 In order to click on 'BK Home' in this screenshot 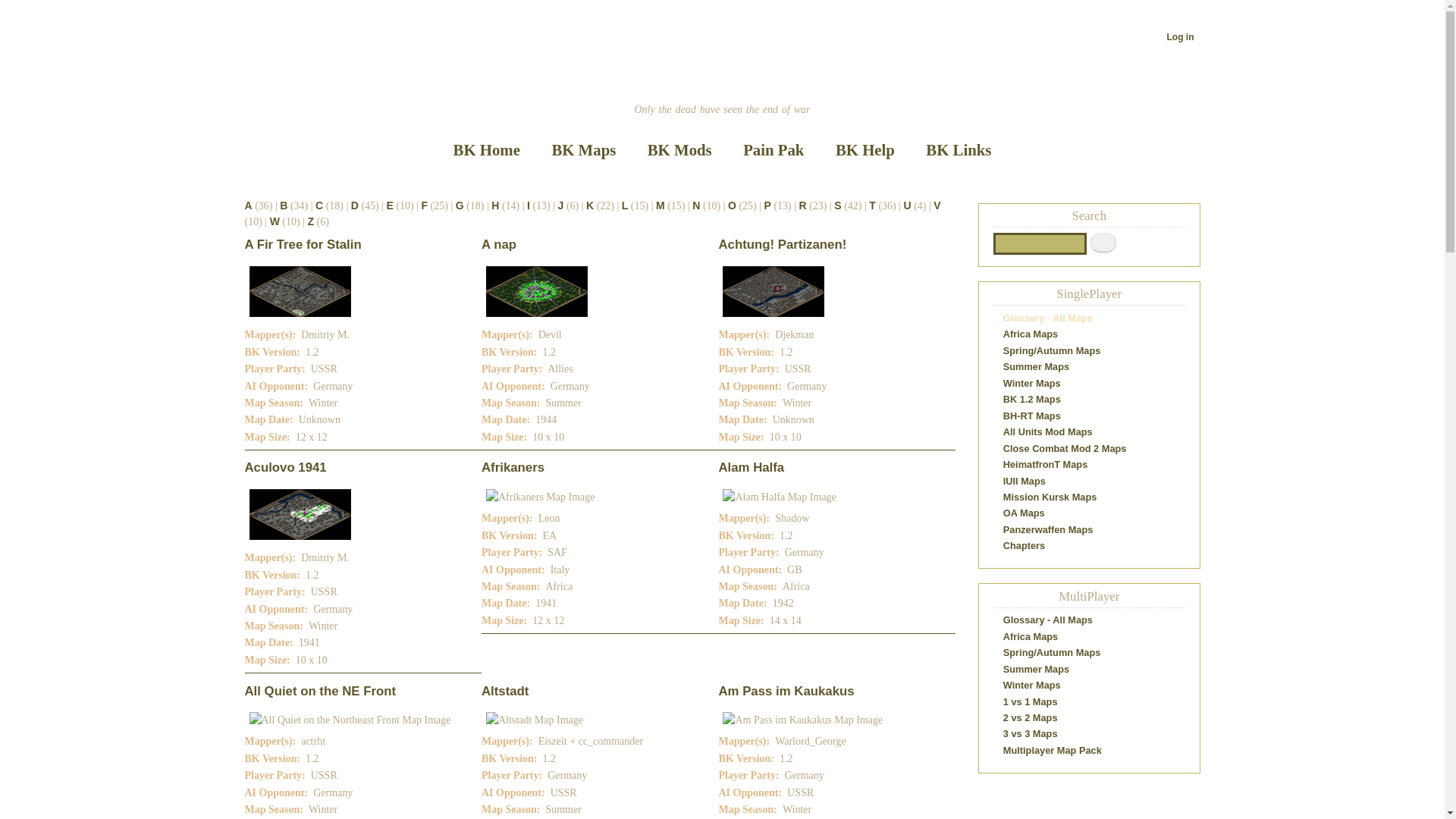, I will do `click(438, 149)`.